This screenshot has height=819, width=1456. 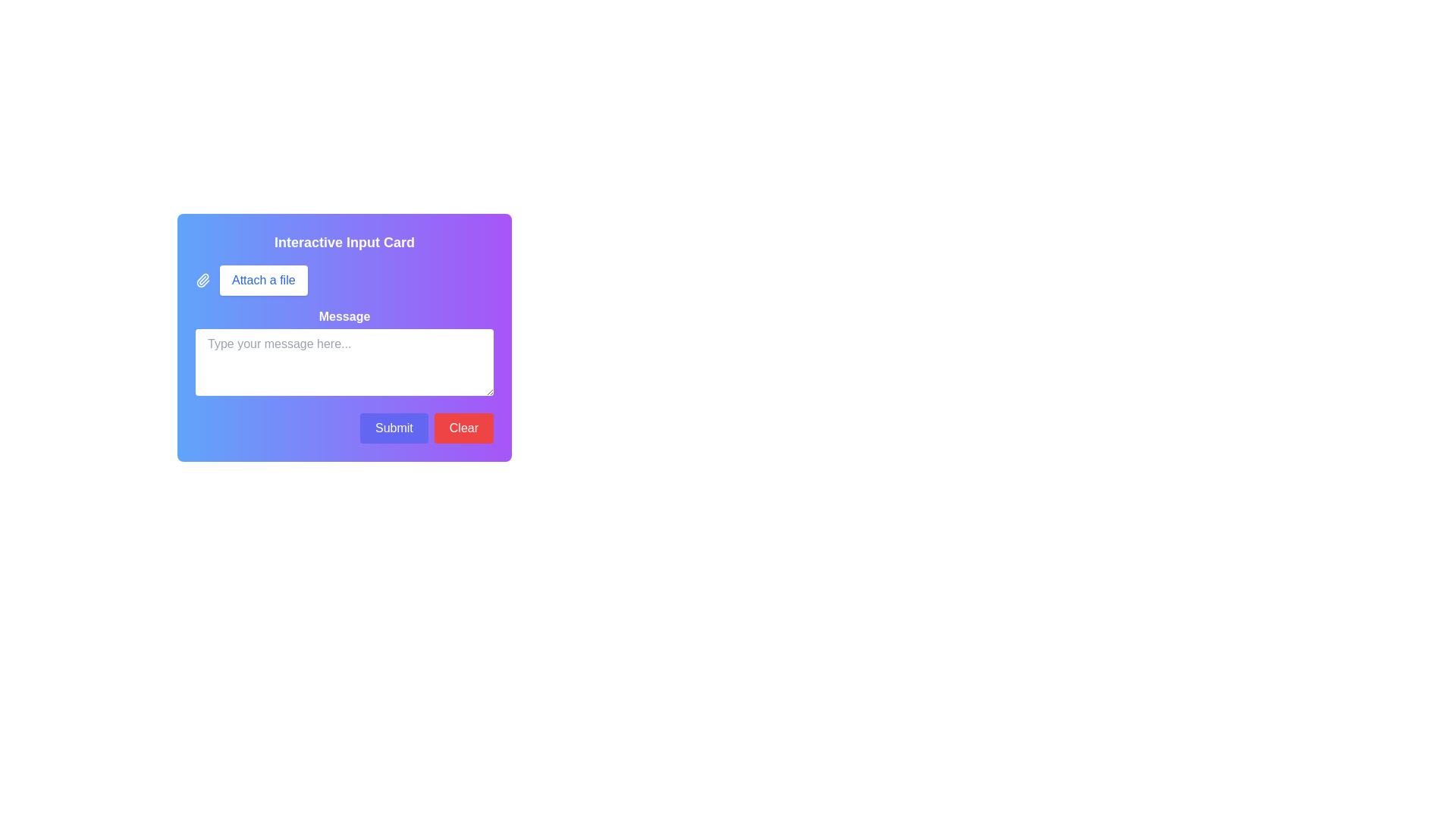 I want to click on the paperclip icon located to the left of the 'Attach a file' button in the 'Interactive Input Card', so click(x=202, y=281).